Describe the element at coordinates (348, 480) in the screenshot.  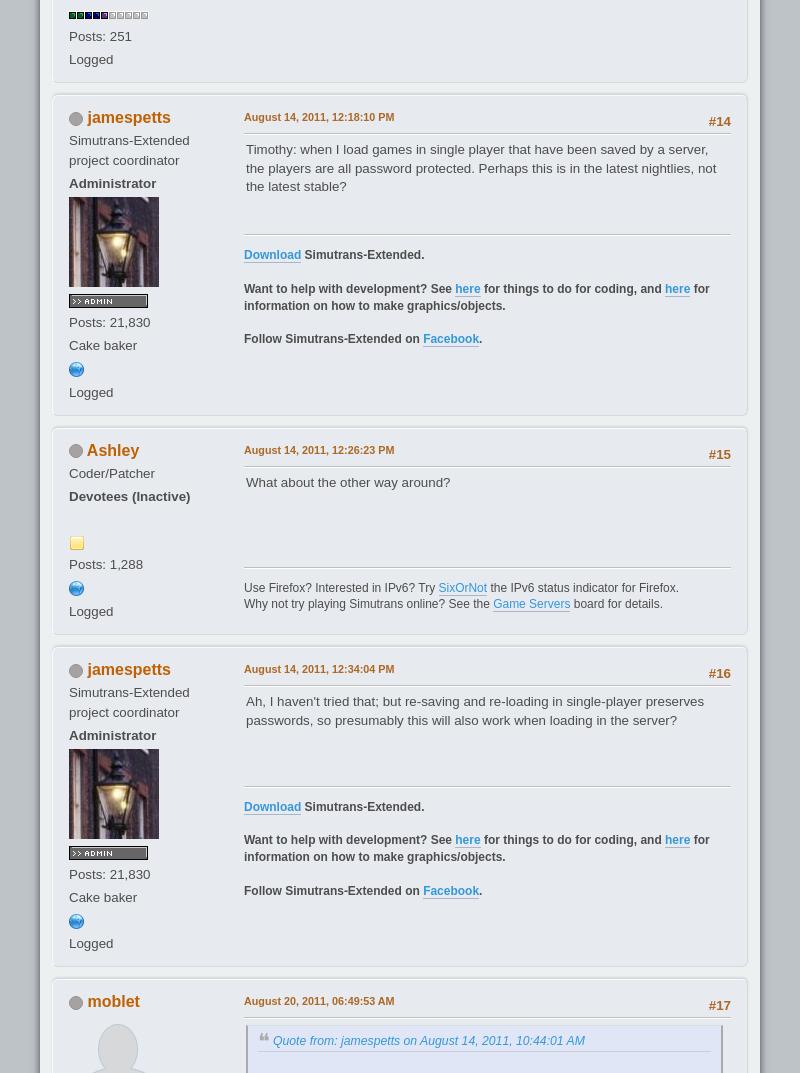
I see `'What about the other way around?'` at that location.